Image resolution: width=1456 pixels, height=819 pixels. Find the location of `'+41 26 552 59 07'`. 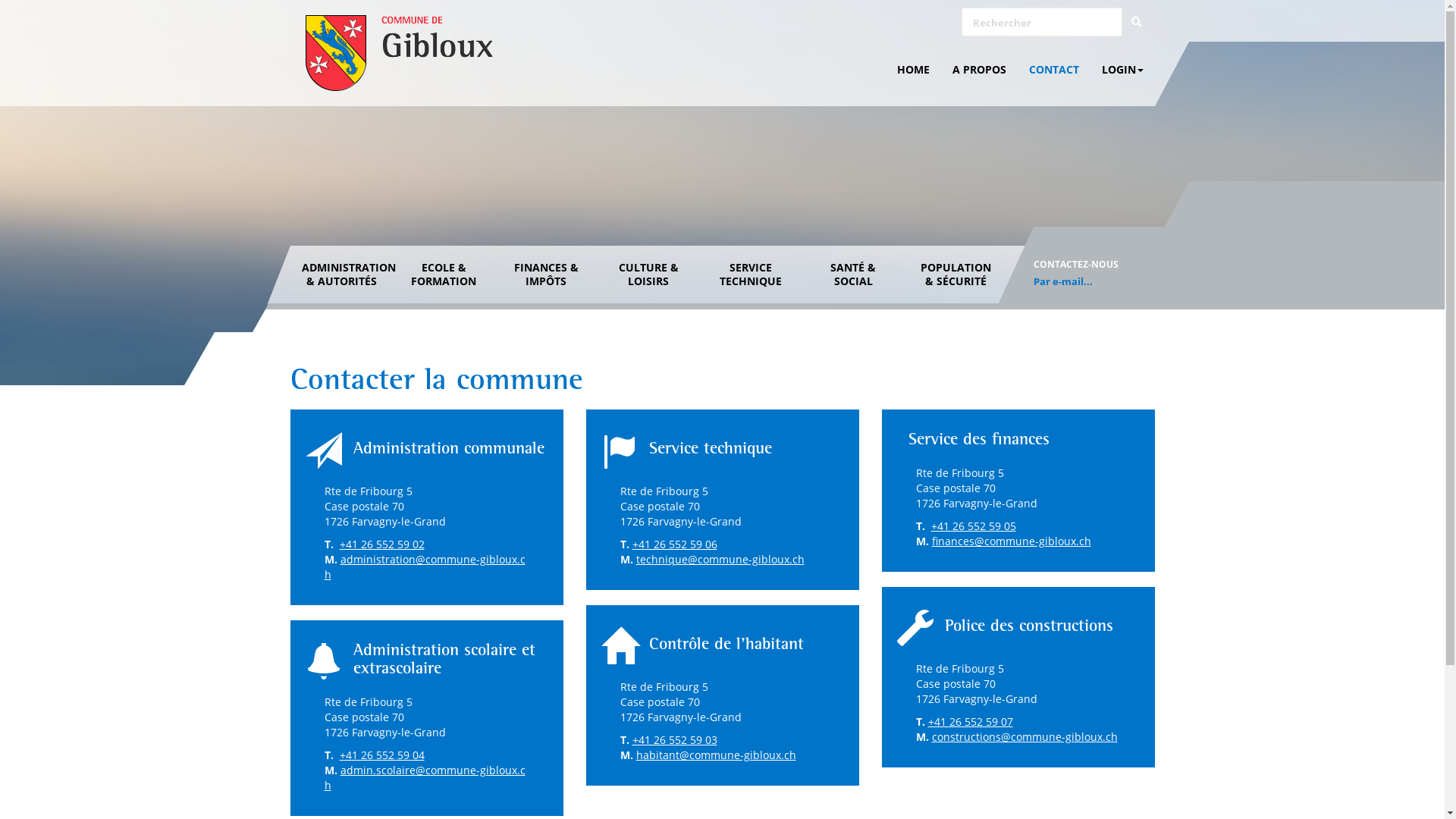

'+41 26 552 59 07' is located at coordinates (971, 720).